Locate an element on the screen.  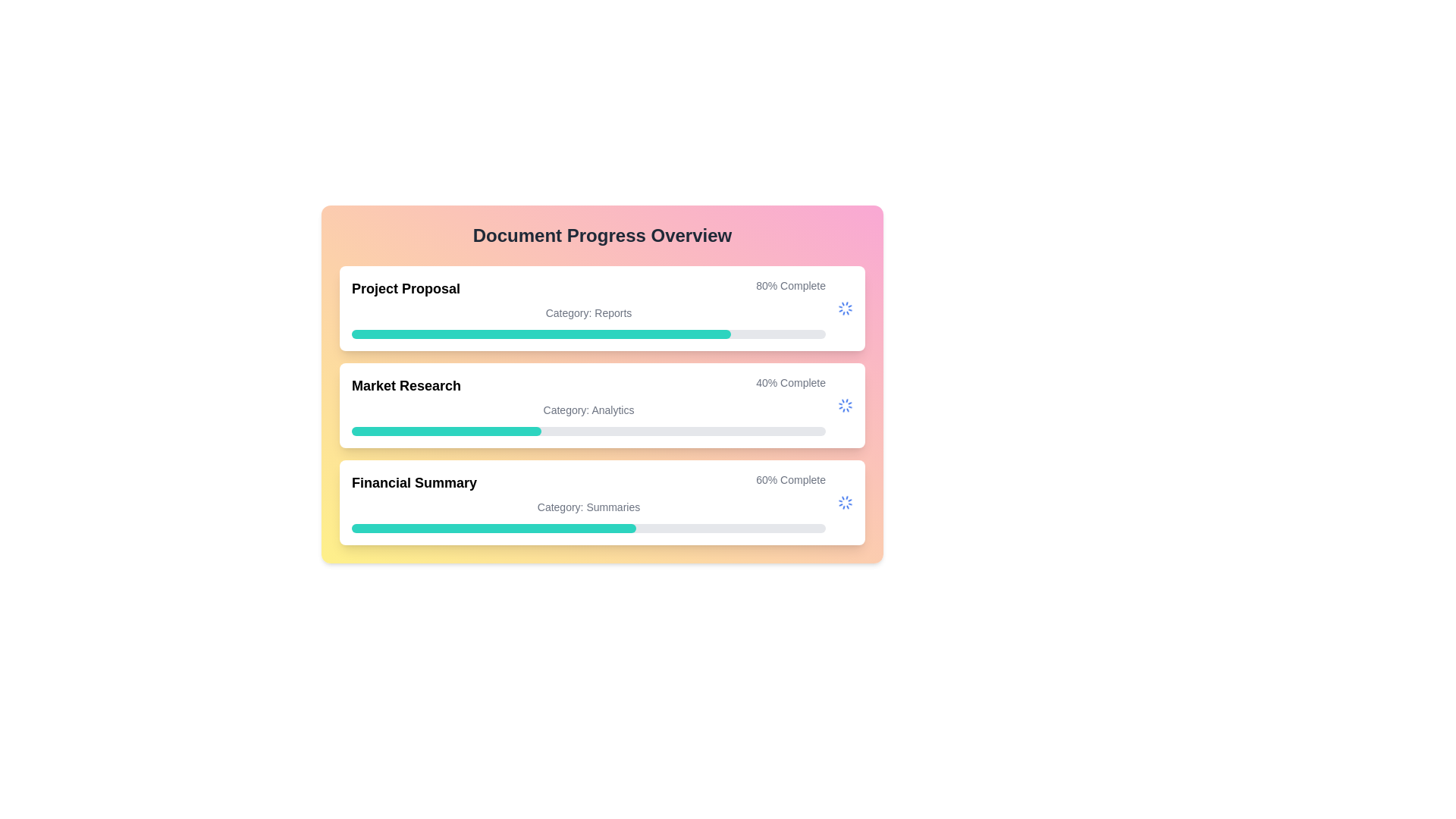
the animated spinner icon, which is a circular loading indicator with a blue outline, located to the right of the 'Market Research' section in the 'Document Progress Overview' panel is located at coordinates (844, 405).